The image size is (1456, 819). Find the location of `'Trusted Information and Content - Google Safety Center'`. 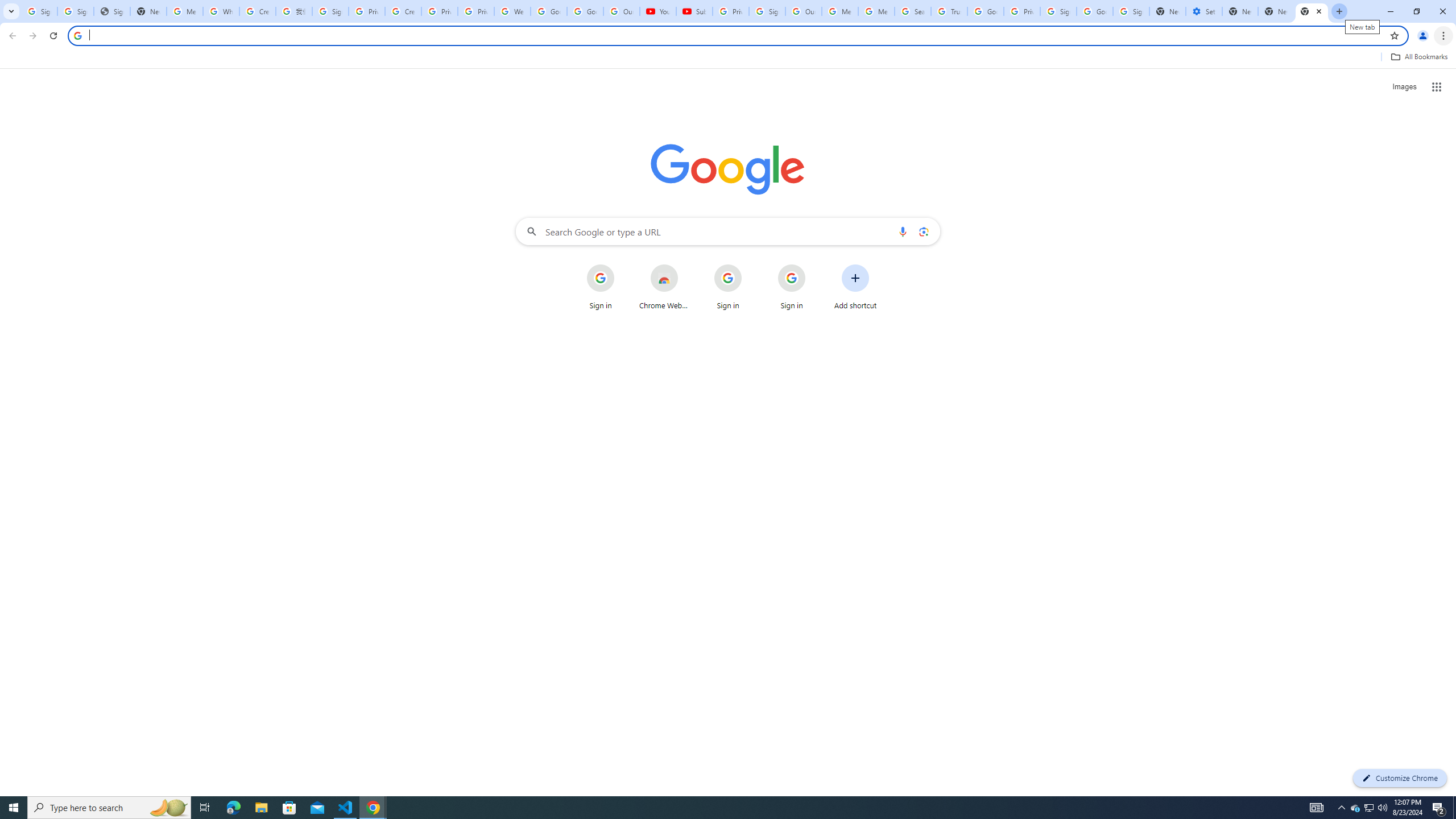

'Trusted Information and Content - Google Safety Center' is located at coordinates (949, 11).